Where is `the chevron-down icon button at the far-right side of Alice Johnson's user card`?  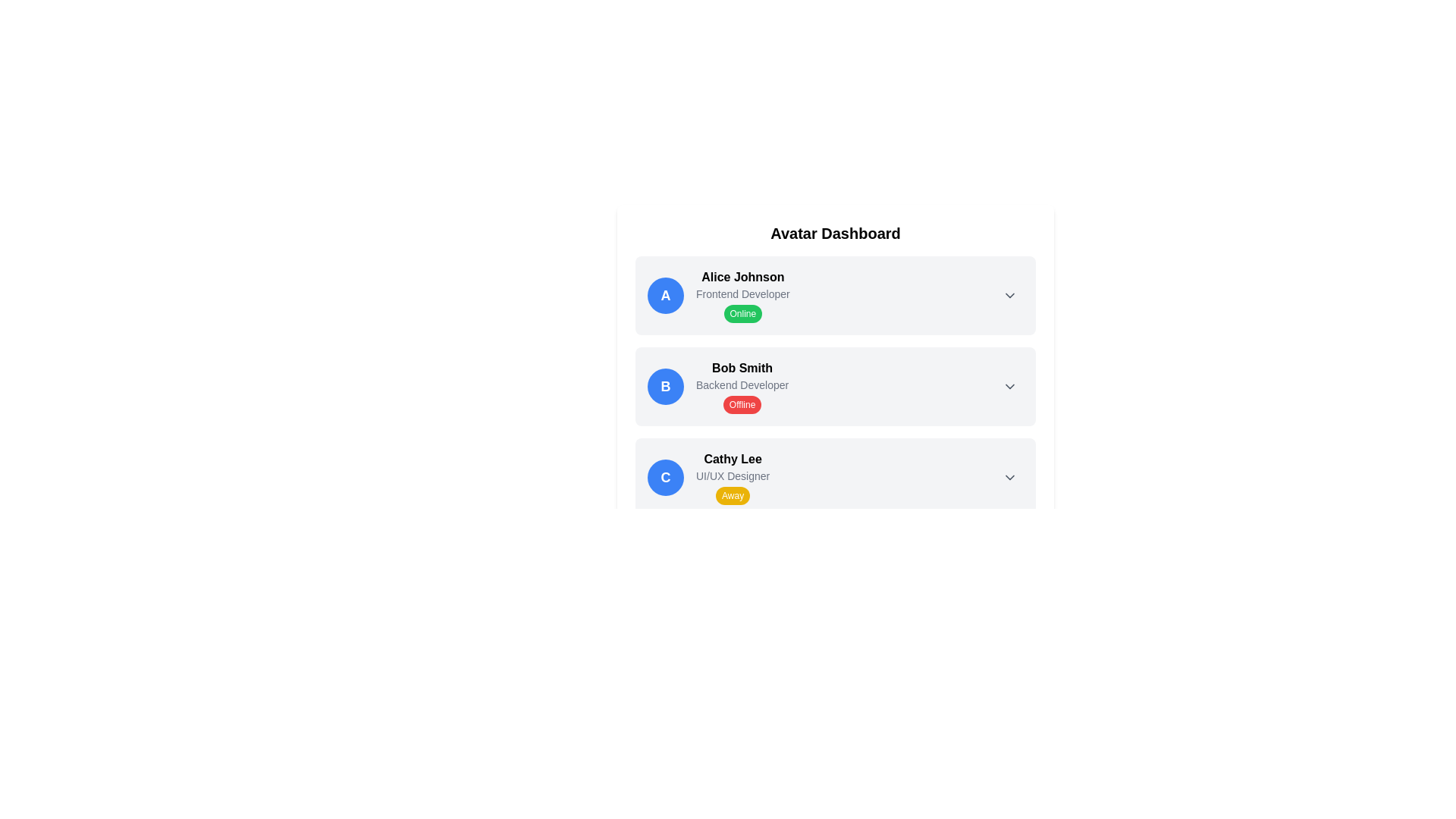 the chevron-down icon button at the far-right side of Alice Johnson's user card is located at coordinates (1009, 295).